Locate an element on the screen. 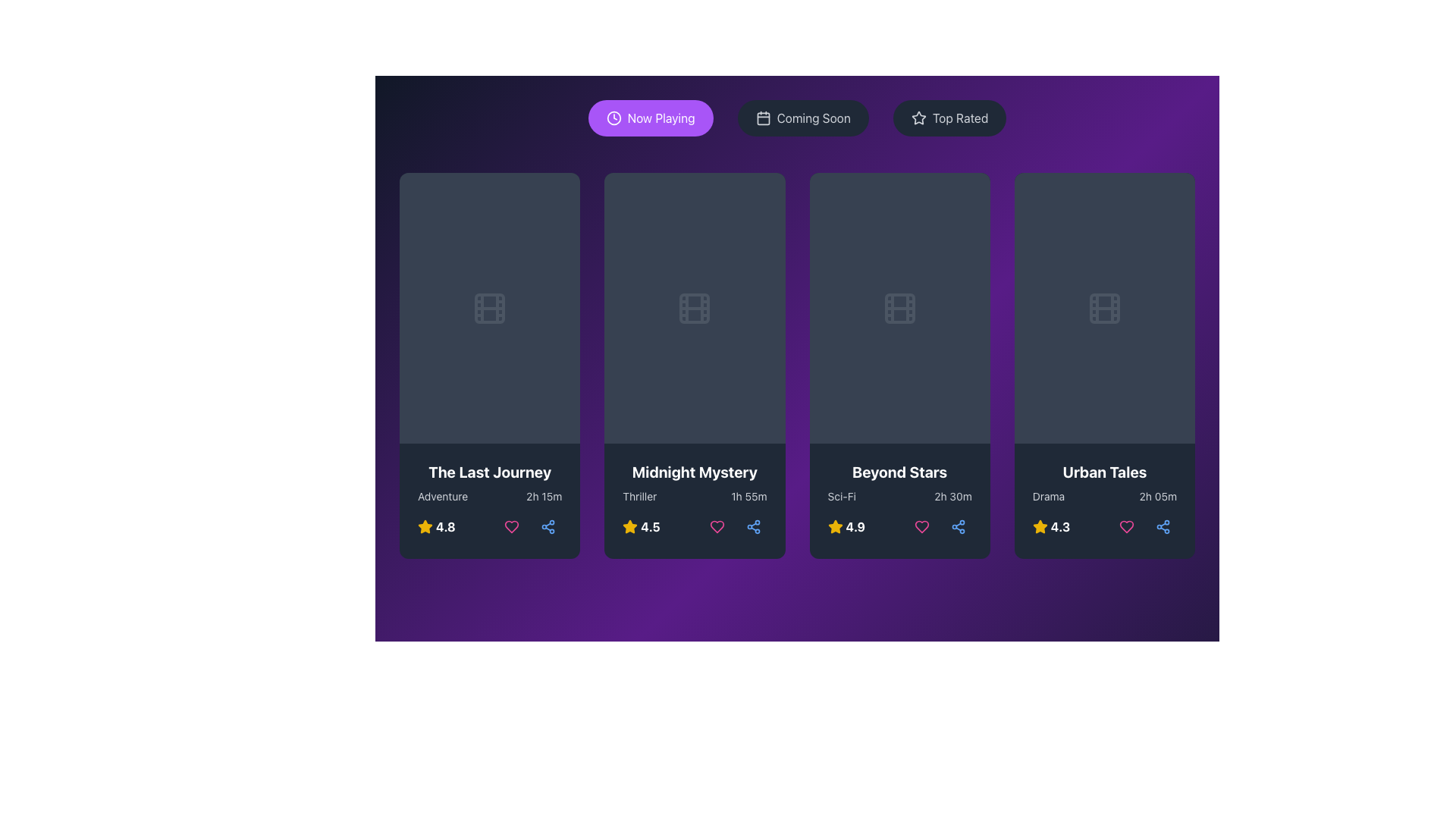 The width and height of the screenshot is (1456, 819). the heart-shaped interactive button with a pink outline located at the bottom of the fourth card in the grid layout is located at coordinates (1127, 526).